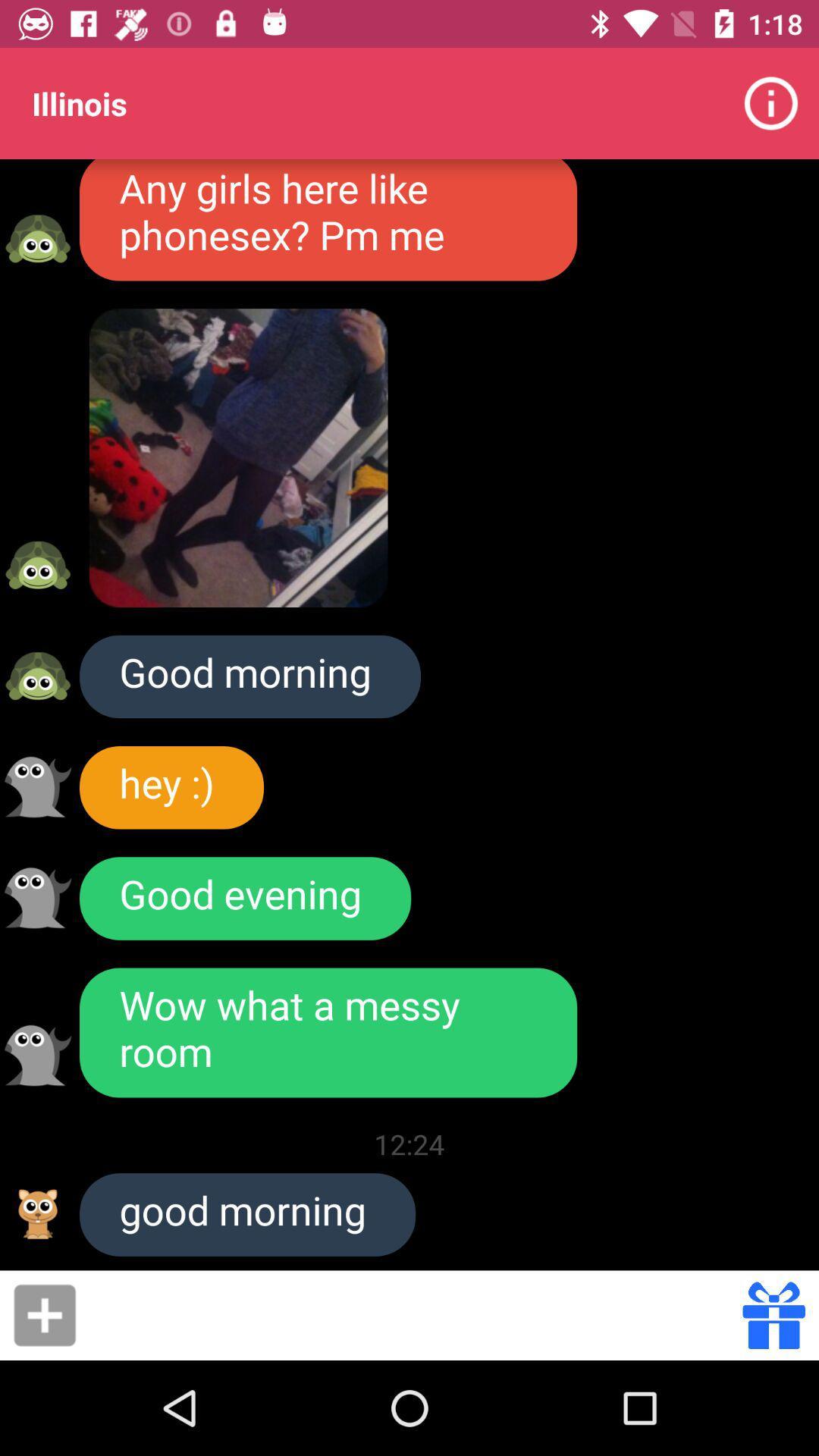 The height and width of the screenshot is (1456, 819). Describe the element at coordinates (37, 786) in the screenshot. I see `see icon for selected user` at that location.